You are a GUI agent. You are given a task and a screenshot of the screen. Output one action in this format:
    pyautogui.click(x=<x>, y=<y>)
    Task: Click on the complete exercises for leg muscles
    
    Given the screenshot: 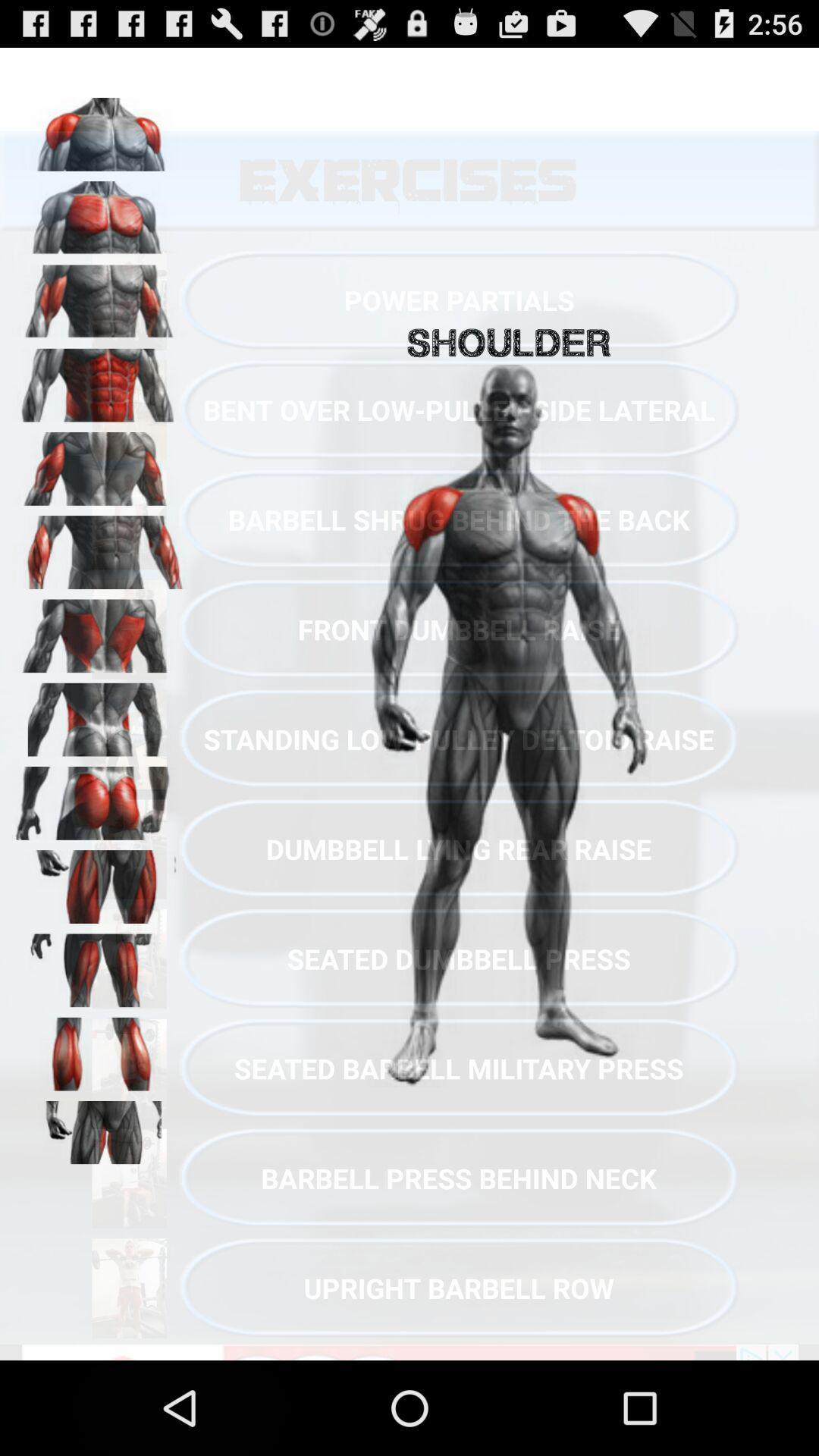 What is the action you would take?
    pyautogui.click(x=99, y=965)
    